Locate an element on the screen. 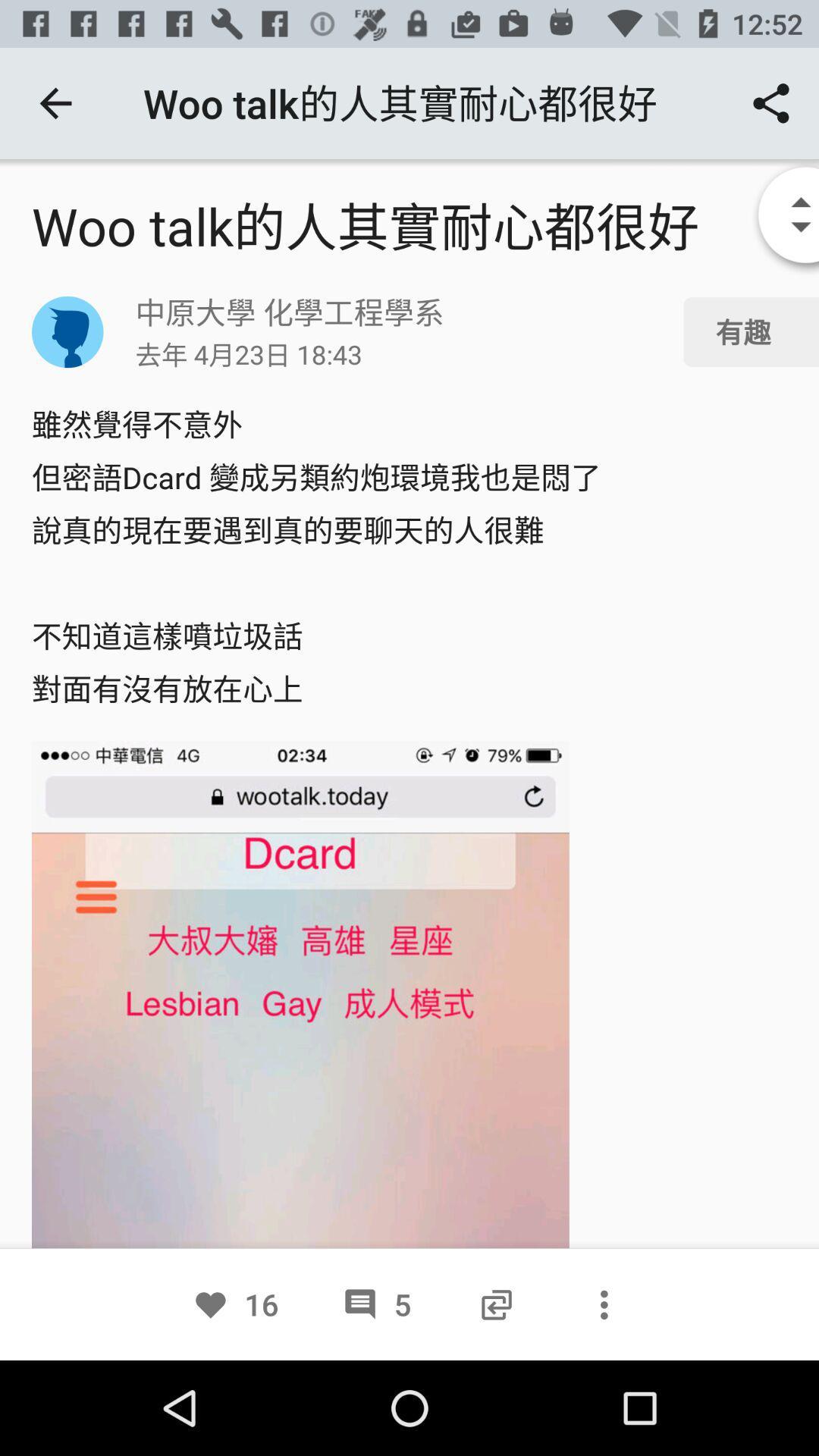  item to the left of the 5 is located at coordinates (235, 1304).